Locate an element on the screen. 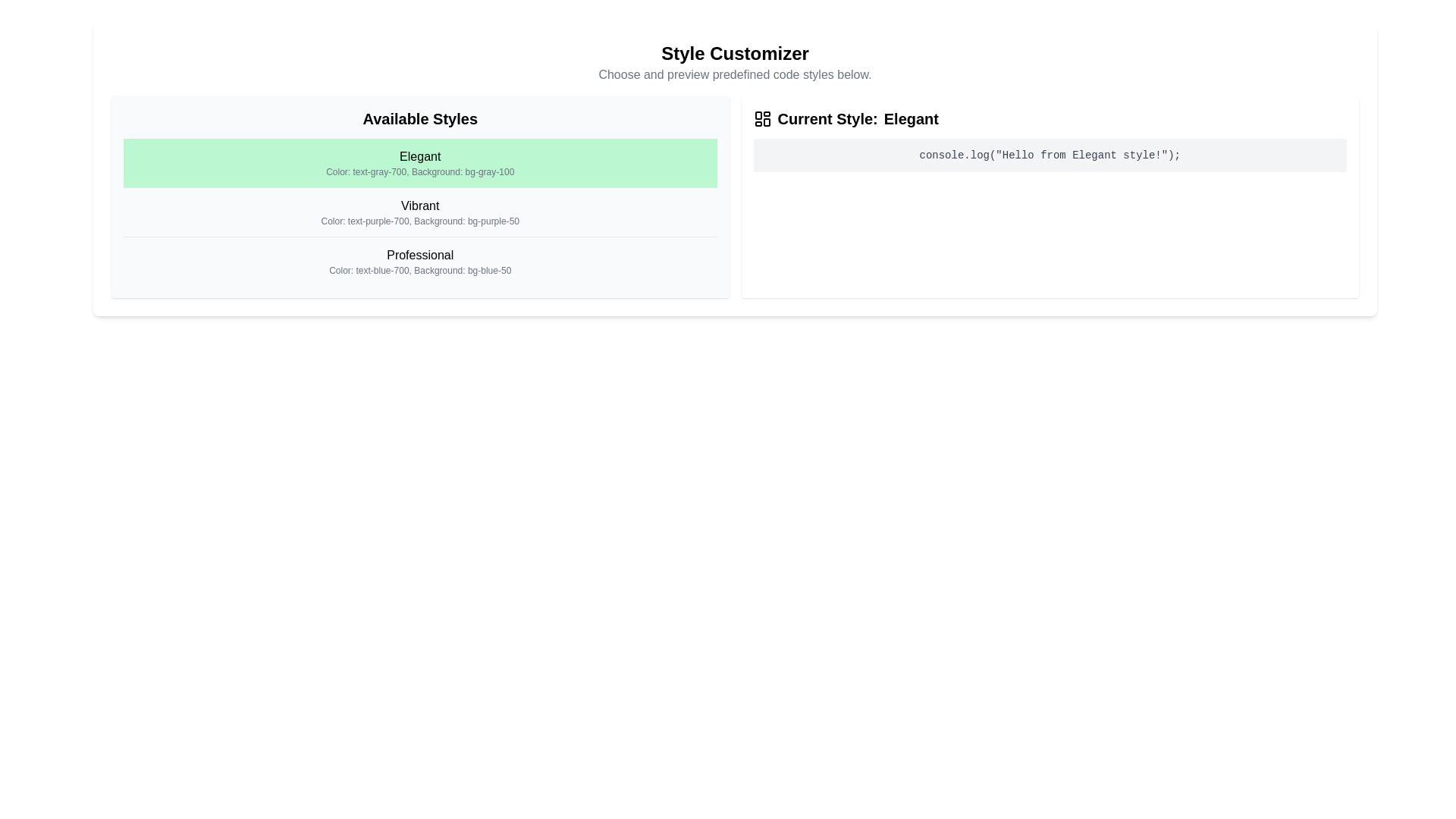 This screenshot has height=819, width=1456. the content of the main heading text element located at the top center of the interface, which serves as the title indicating the purpose of the following content is located at coordinates (735, 52).